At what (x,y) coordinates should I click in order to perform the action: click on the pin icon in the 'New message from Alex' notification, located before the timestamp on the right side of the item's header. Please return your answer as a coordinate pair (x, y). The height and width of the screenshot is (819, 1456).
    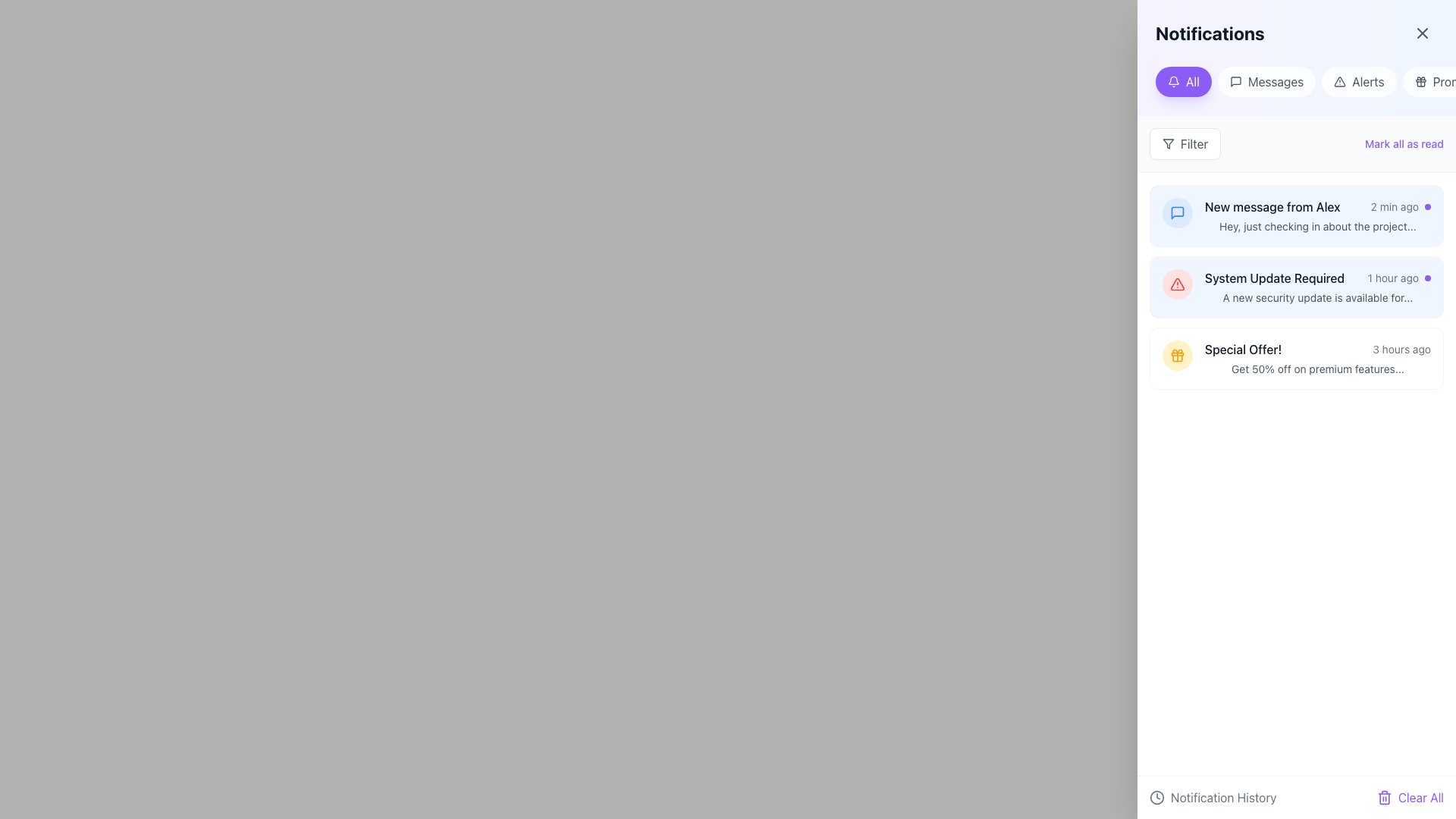
    Looking at the image, I should click on (1388, 214).